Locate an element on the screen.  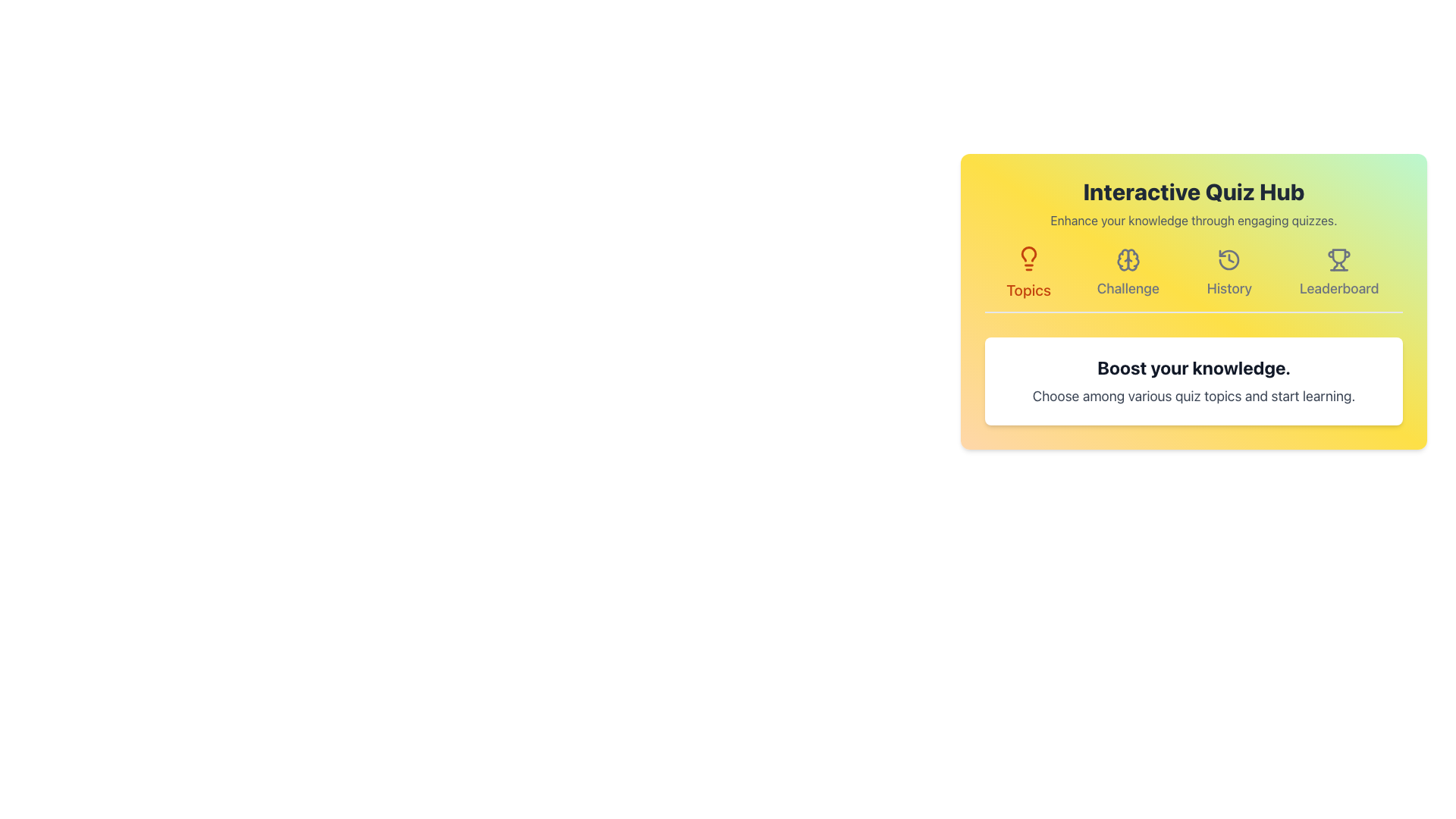
descriptive text block located within the card UI component, positioned below the header 'Boost your knowledge.' is located at coordinates (1193, 396).